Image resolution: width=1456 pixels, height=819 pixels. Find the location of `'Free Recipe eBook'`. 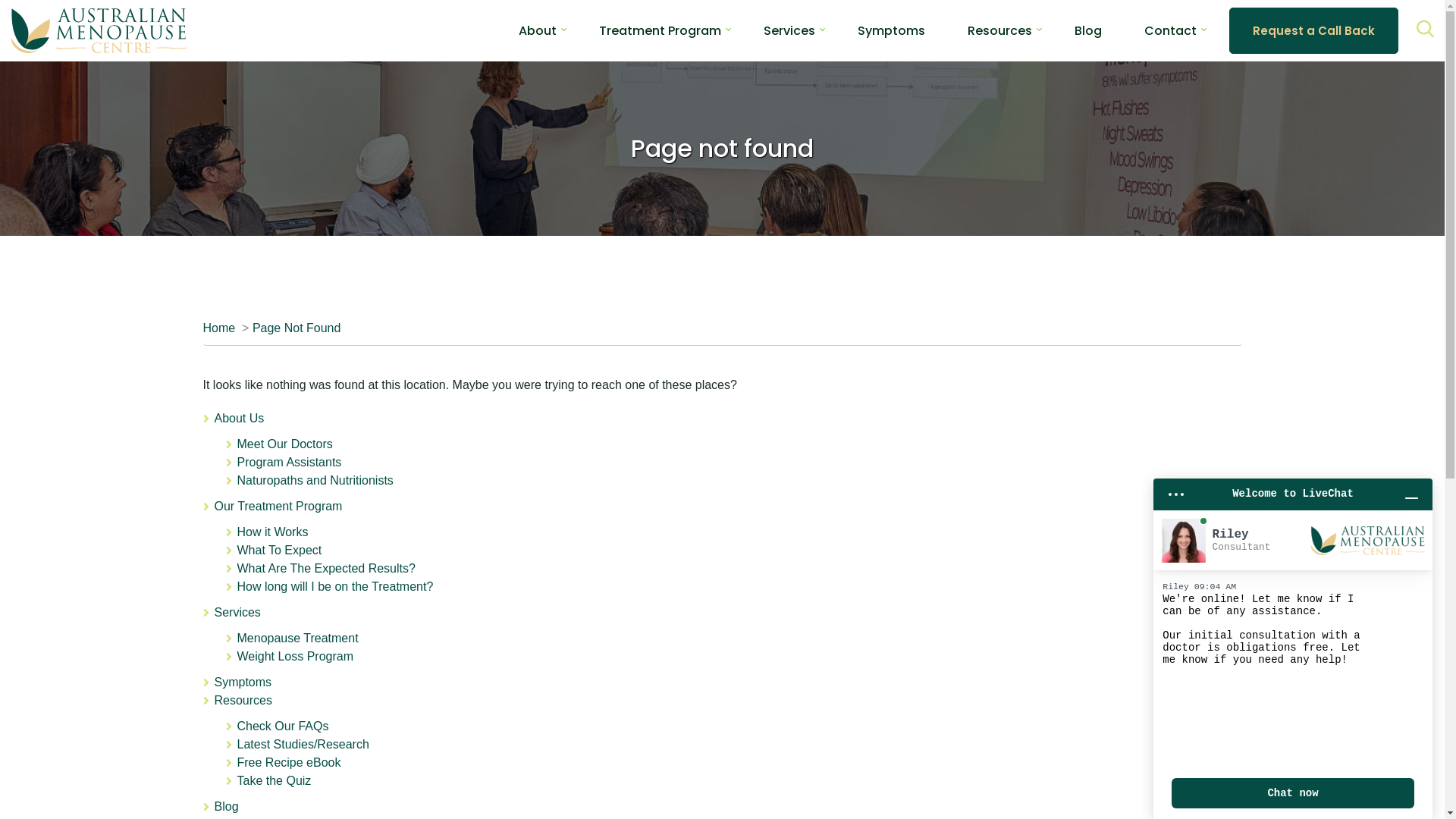

'Free Recipe eBook' is located at coordinates (288, 762).